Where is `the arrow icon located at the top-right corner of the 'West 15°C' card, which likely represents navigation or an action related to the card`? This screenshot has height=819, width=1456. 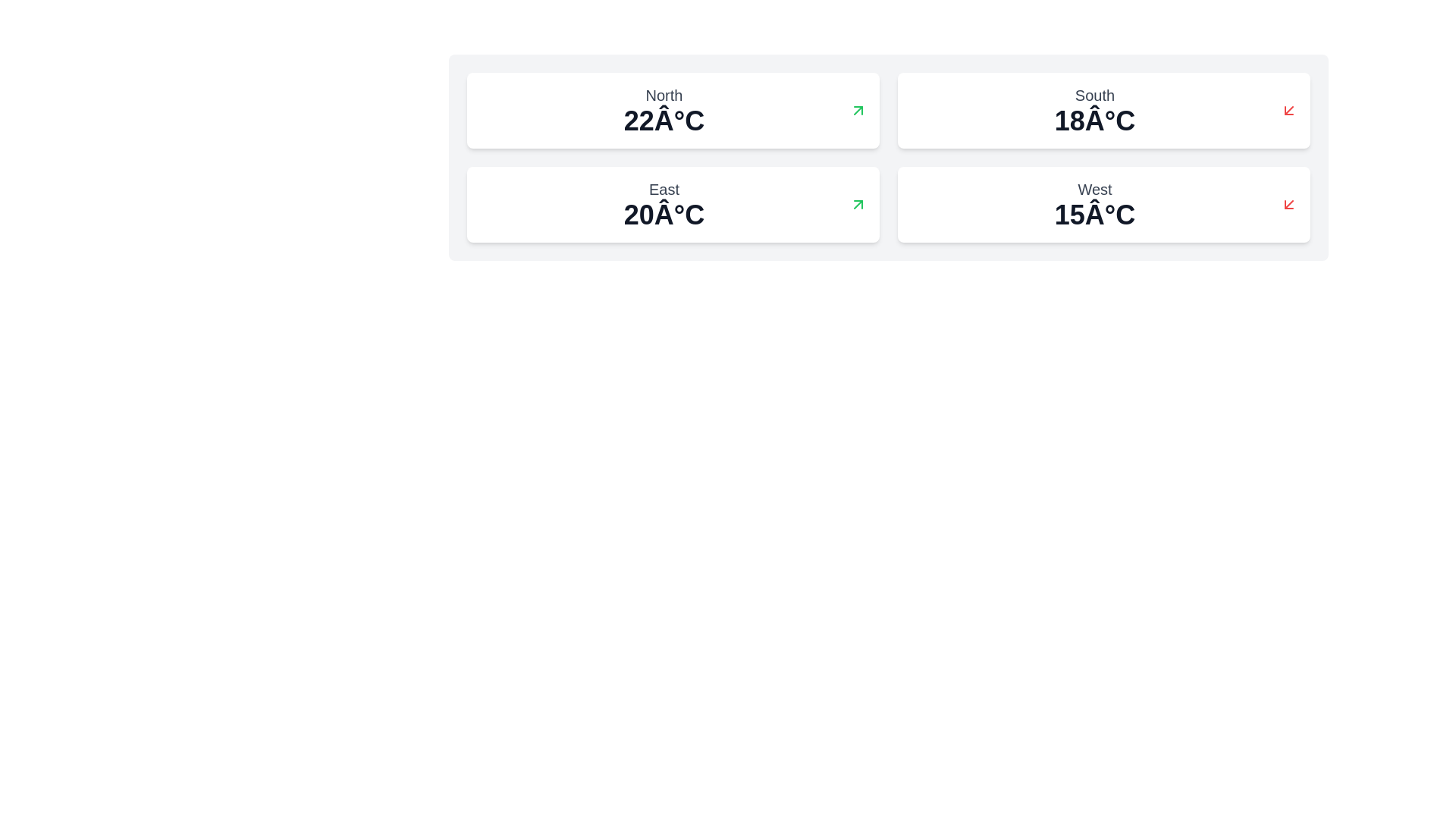 the arrow icon located at the top-right corner of the 'West 15°C' card, which likely represents navigation or an action related to the card is located at coordinates (1288, 205).